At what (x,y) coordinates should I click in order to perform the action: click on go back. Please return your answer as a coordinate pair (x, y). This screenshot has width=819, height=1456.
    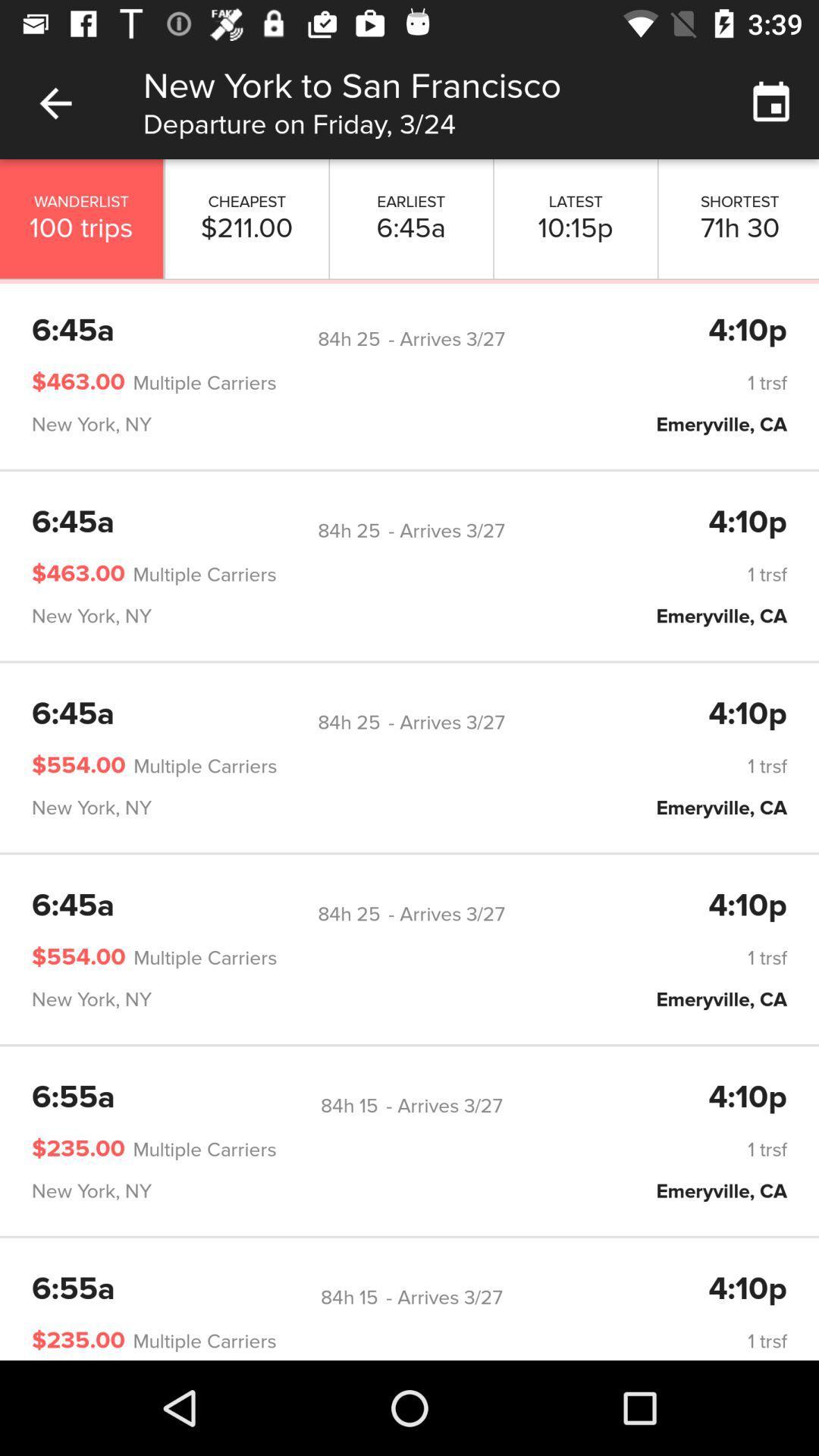
    Looking at the image, I should click on (55, 102).